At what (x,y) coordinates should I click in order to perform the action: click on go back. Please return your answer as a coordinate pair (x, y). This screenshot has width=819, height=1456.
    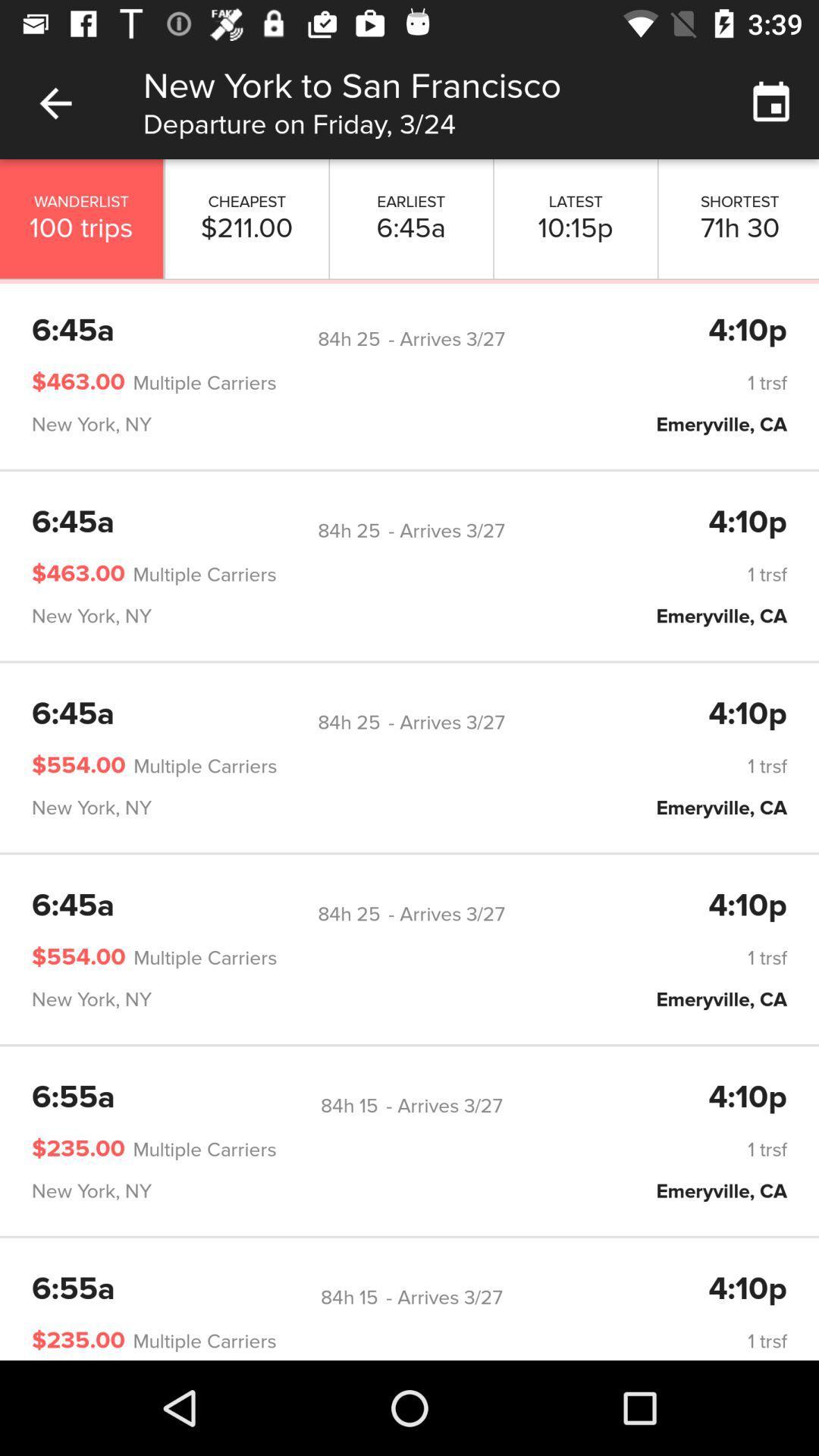
    Looking at the image, I should click on (55, 102).